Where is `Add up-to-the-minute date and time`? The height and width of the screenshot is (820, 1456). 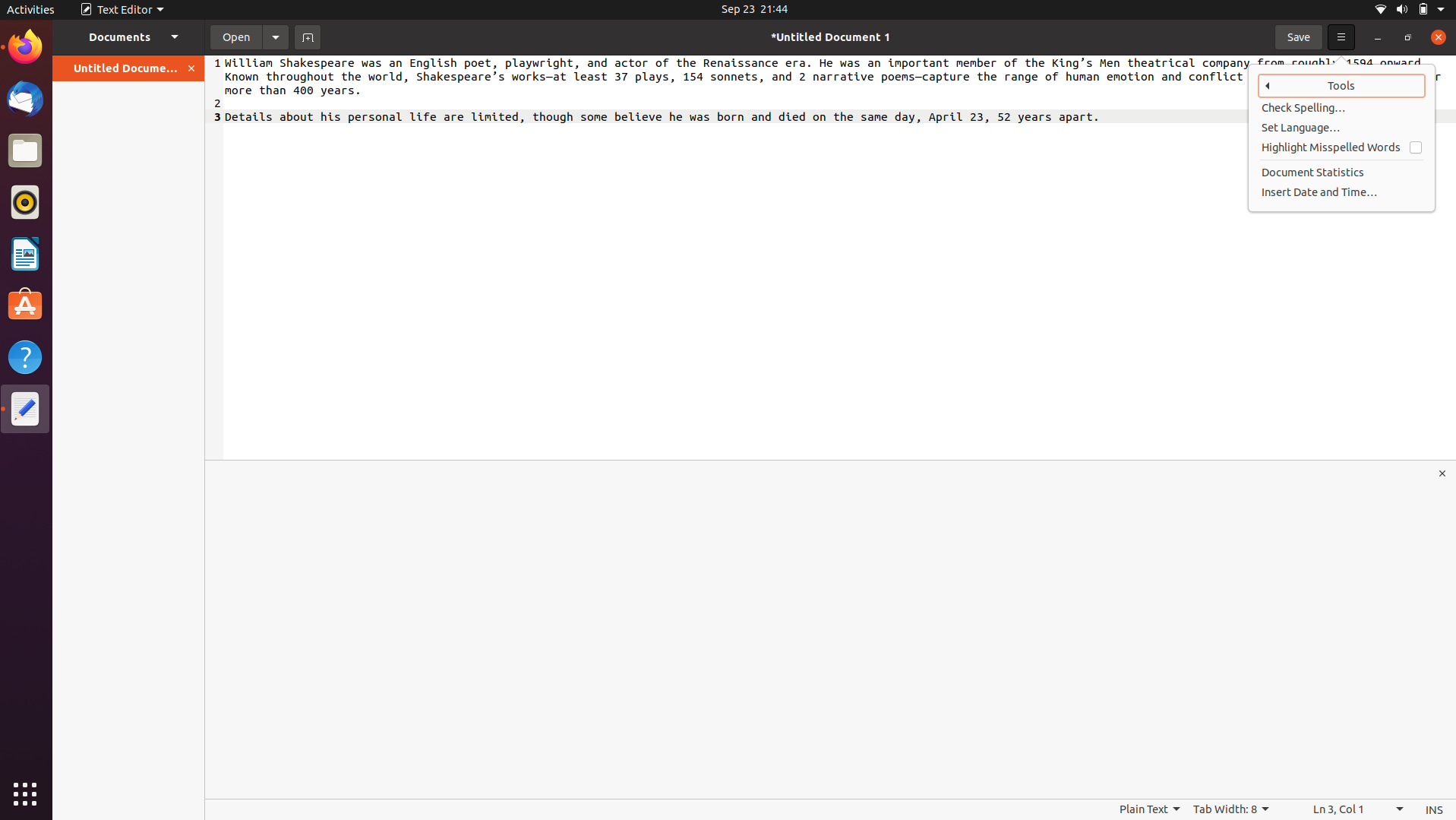
Add up-to-the-minute date and time is located at coordinates (1342, 191).